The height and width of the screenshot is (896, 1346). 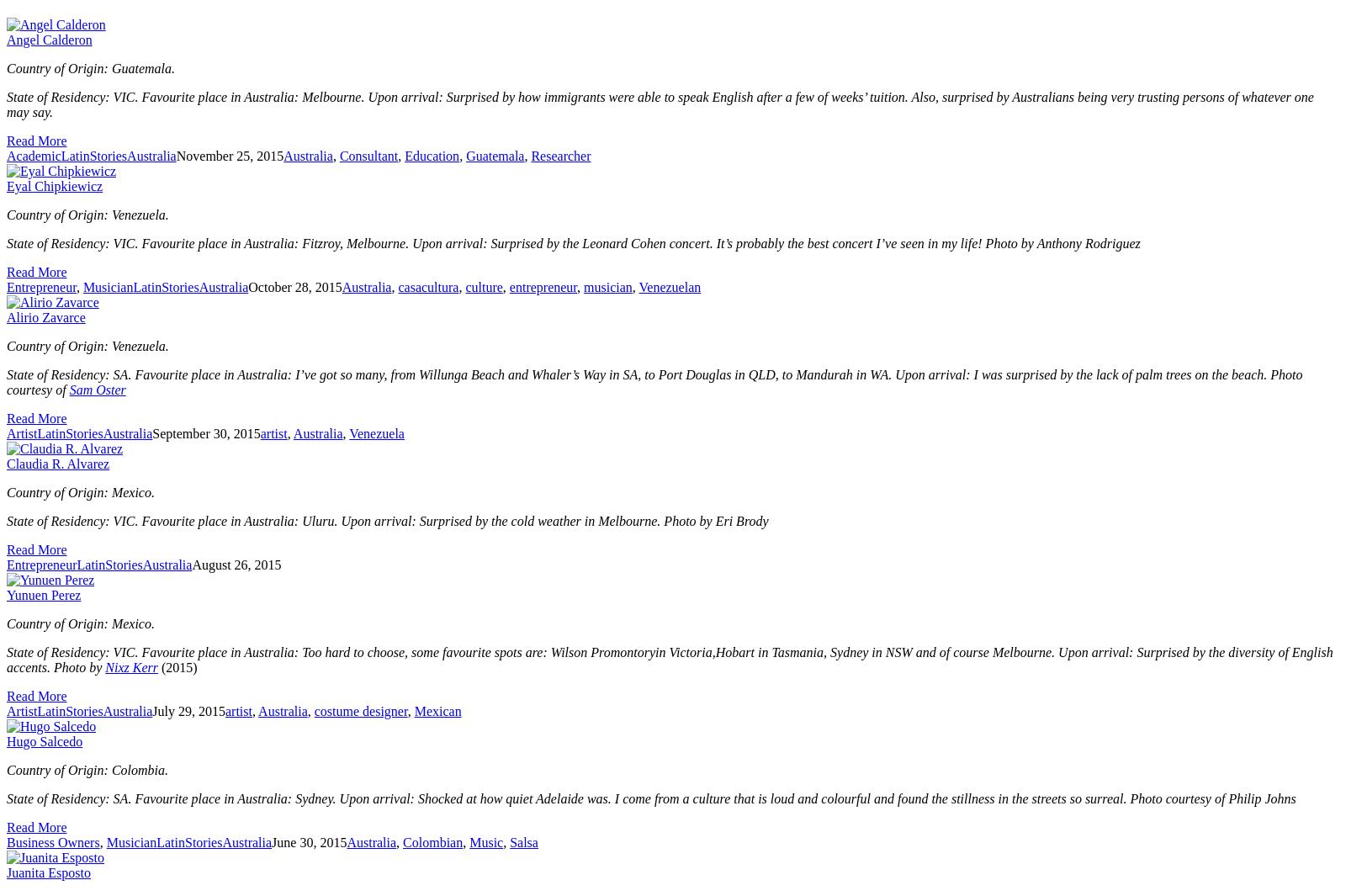 What do you see at coordinates (188, 711) in the screenshot?
I see `'July 29, 2015'` at bounding box center [188, 711].